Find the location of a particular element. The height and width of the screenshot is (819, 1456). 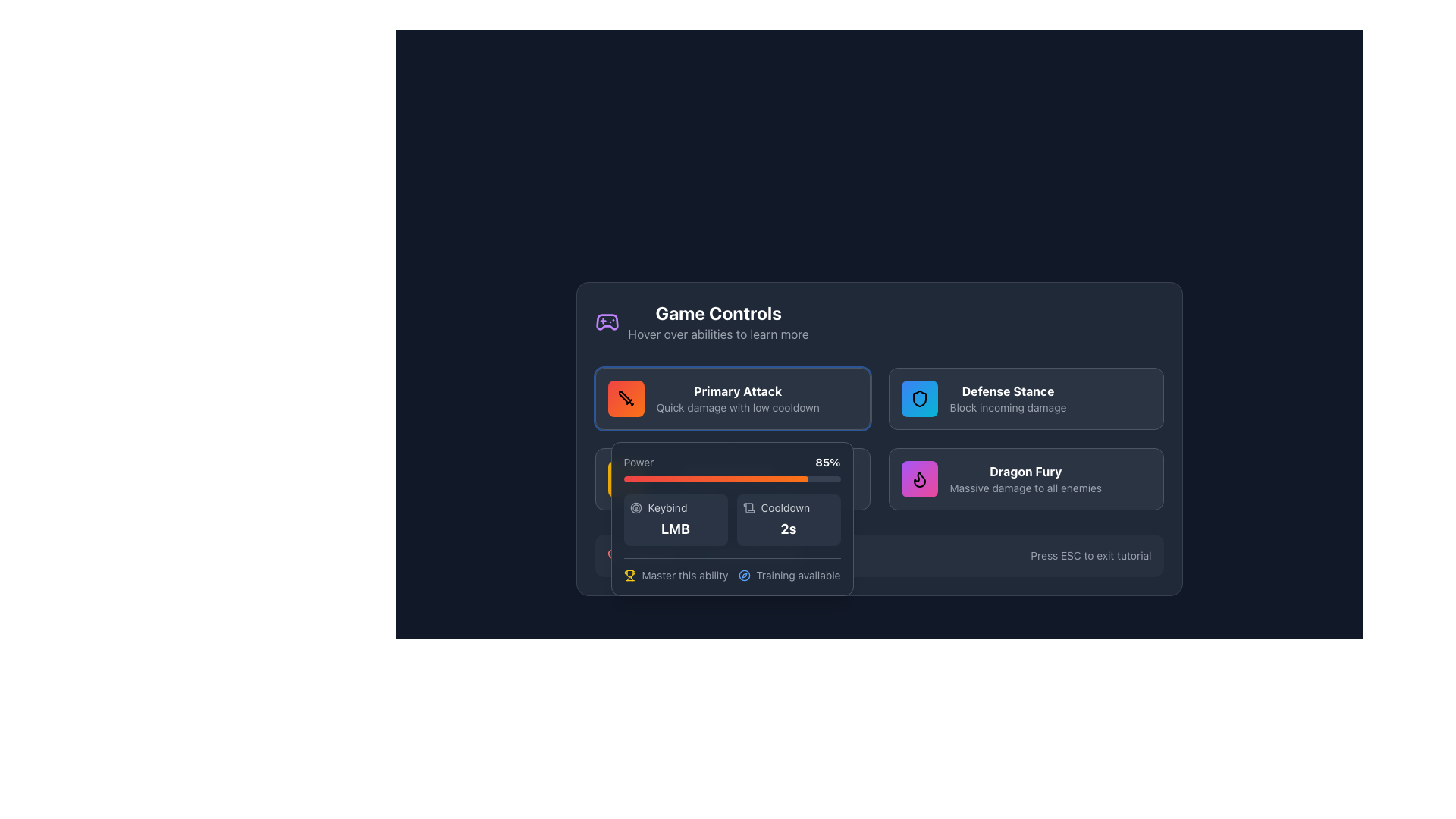

the trophy icon, which is a yellow minimalistic outline representing an award, located to the left of the text 'Master this ability' in the bottom-left area of the main interface is located at coordinates (629, 576).